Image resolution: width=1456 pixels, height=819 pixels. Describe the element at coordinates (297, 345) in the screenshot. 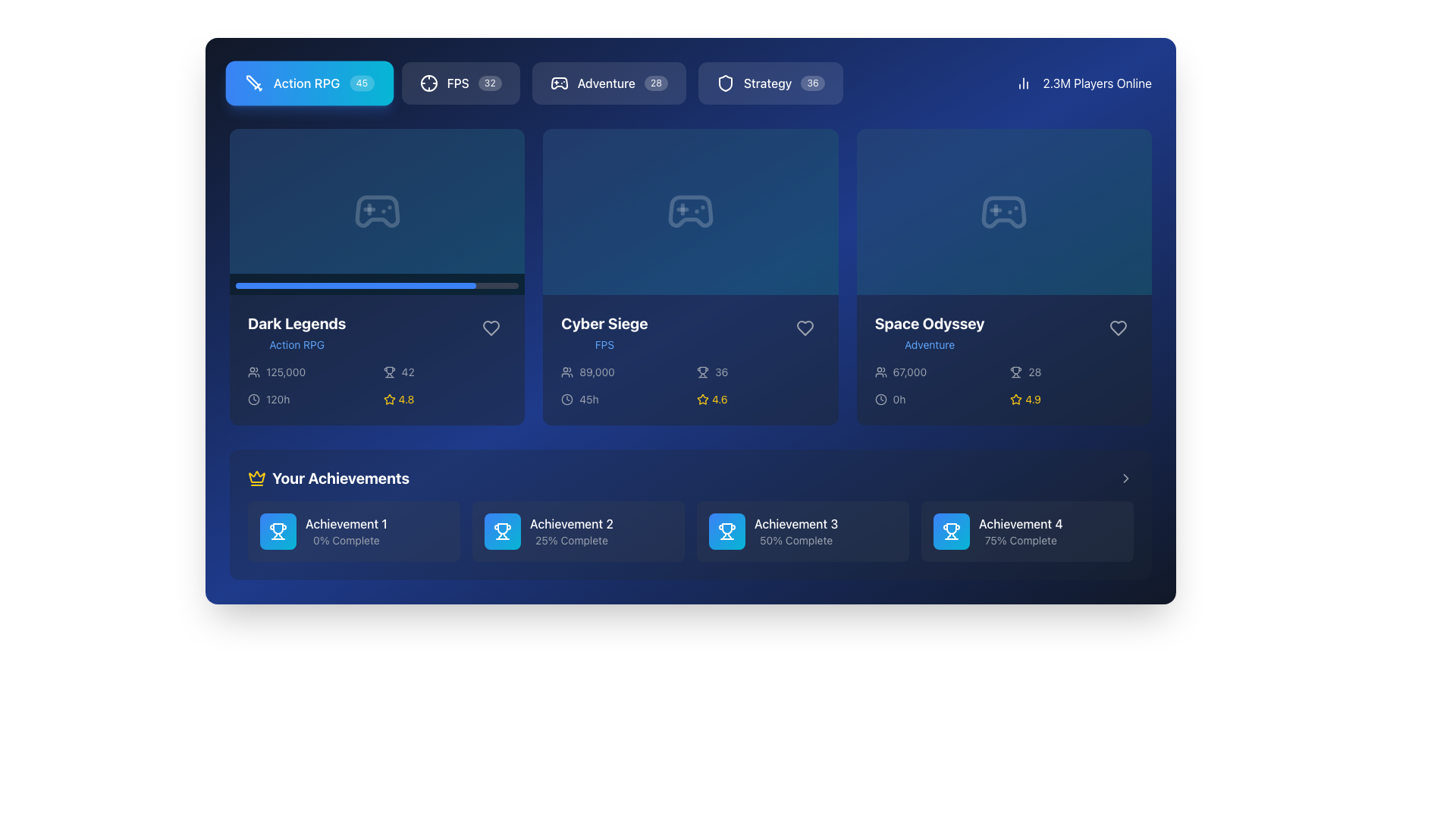

I see `the genre tag text label located directly below the 'Dark Legends' header in the top-left section of the user interface, which provides a concise description of the game's classification` at that location.